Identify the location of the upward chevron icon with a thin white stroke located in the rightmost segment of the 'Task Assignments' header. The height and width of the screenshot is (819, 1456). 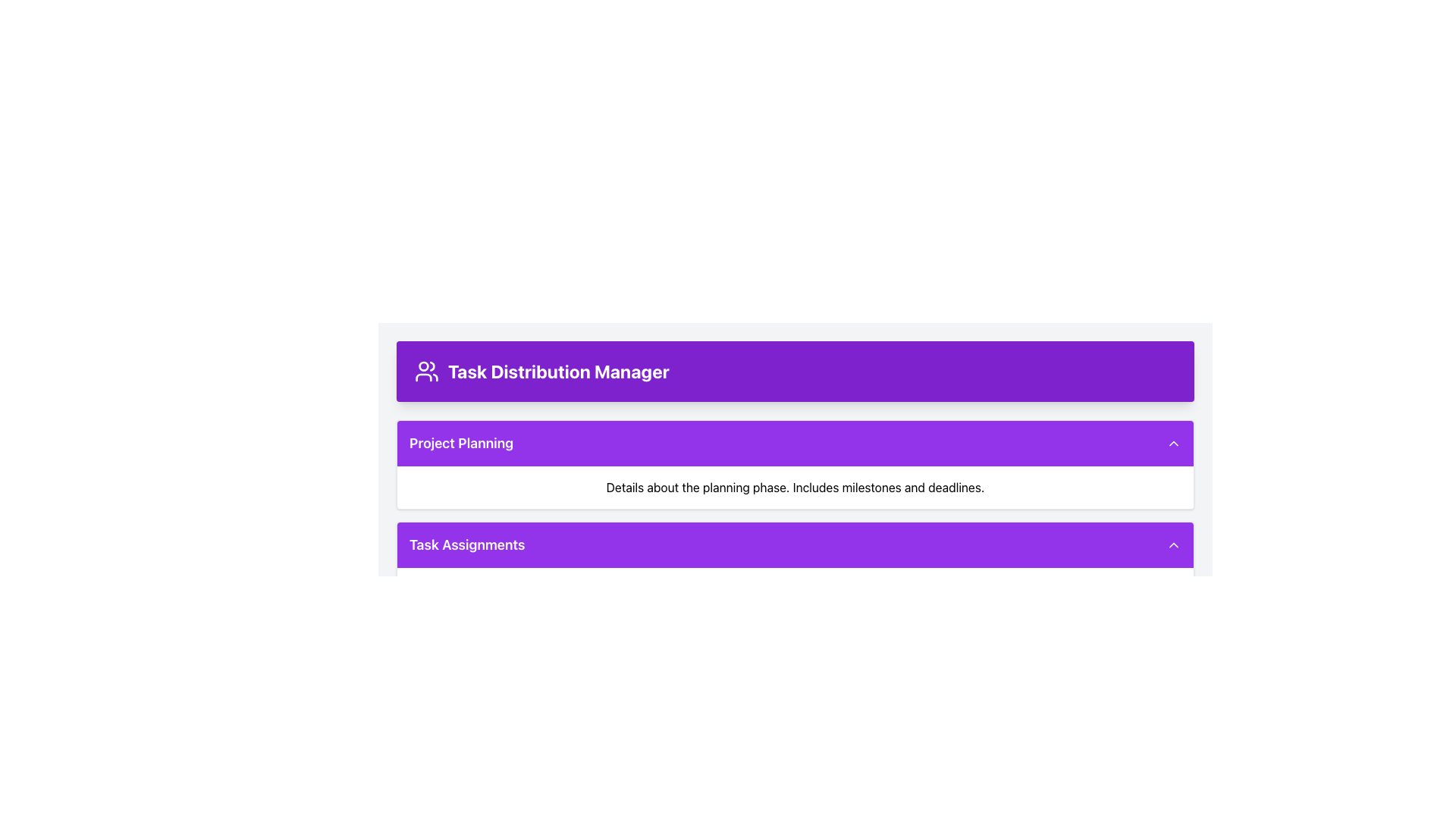
(1173, 544).